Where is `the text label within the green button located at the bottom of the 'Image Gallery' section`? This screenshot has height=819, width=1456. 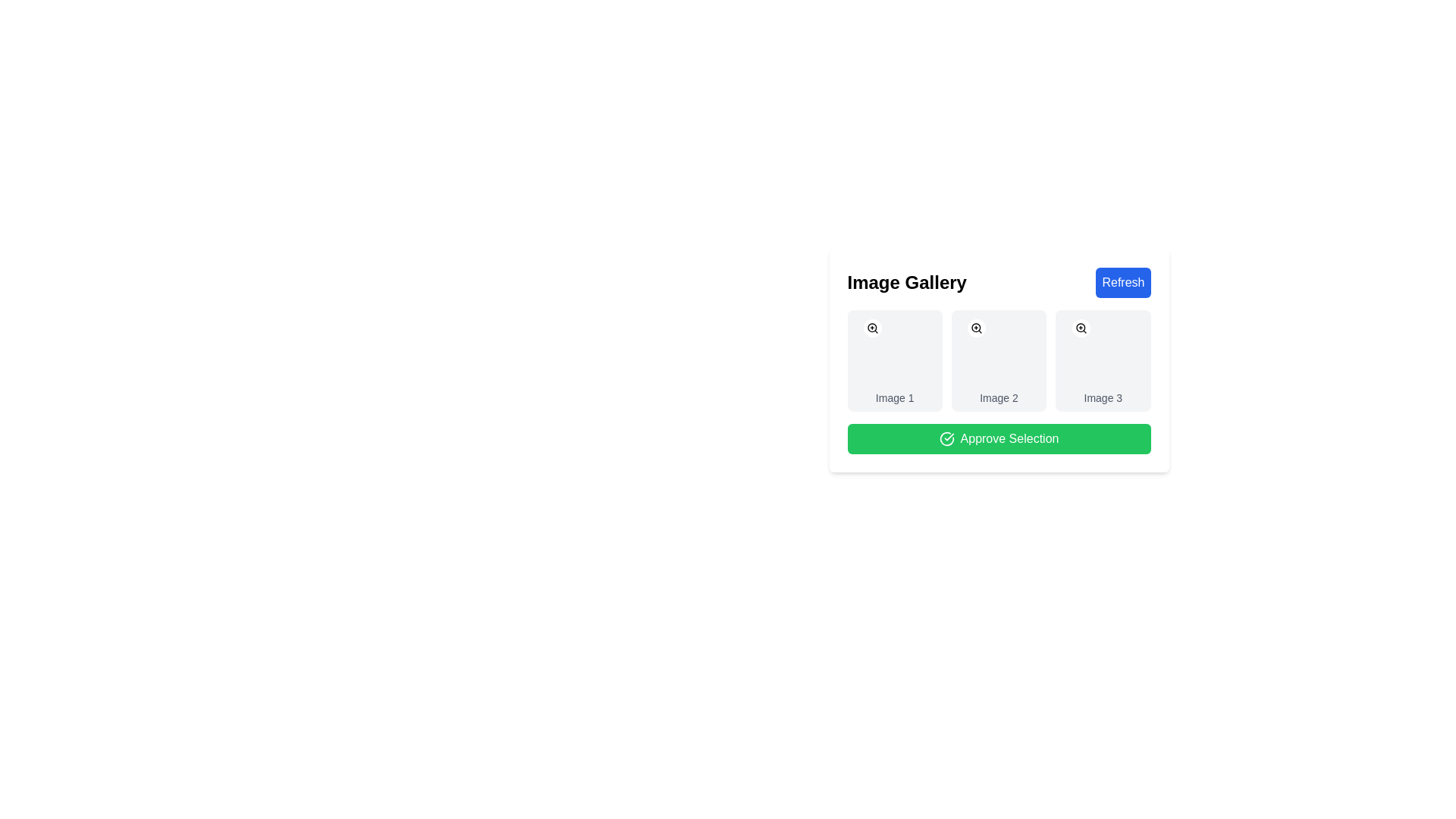 the text label within the green button located at the bottom of the 'Image Gallery' section is located at coordinates (1009, 438).